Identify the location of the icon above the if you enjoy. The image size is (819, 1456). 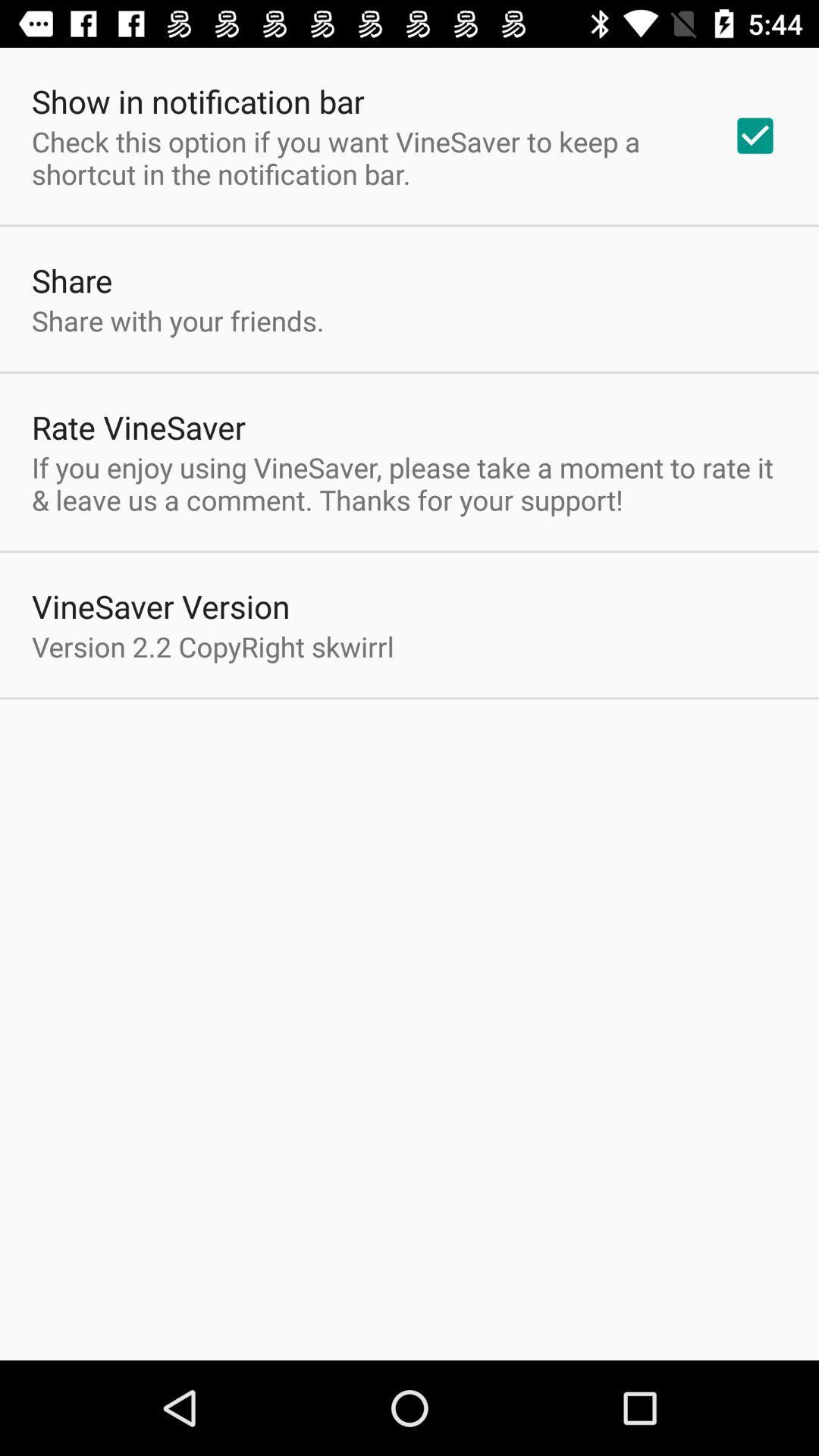
(755, 136).